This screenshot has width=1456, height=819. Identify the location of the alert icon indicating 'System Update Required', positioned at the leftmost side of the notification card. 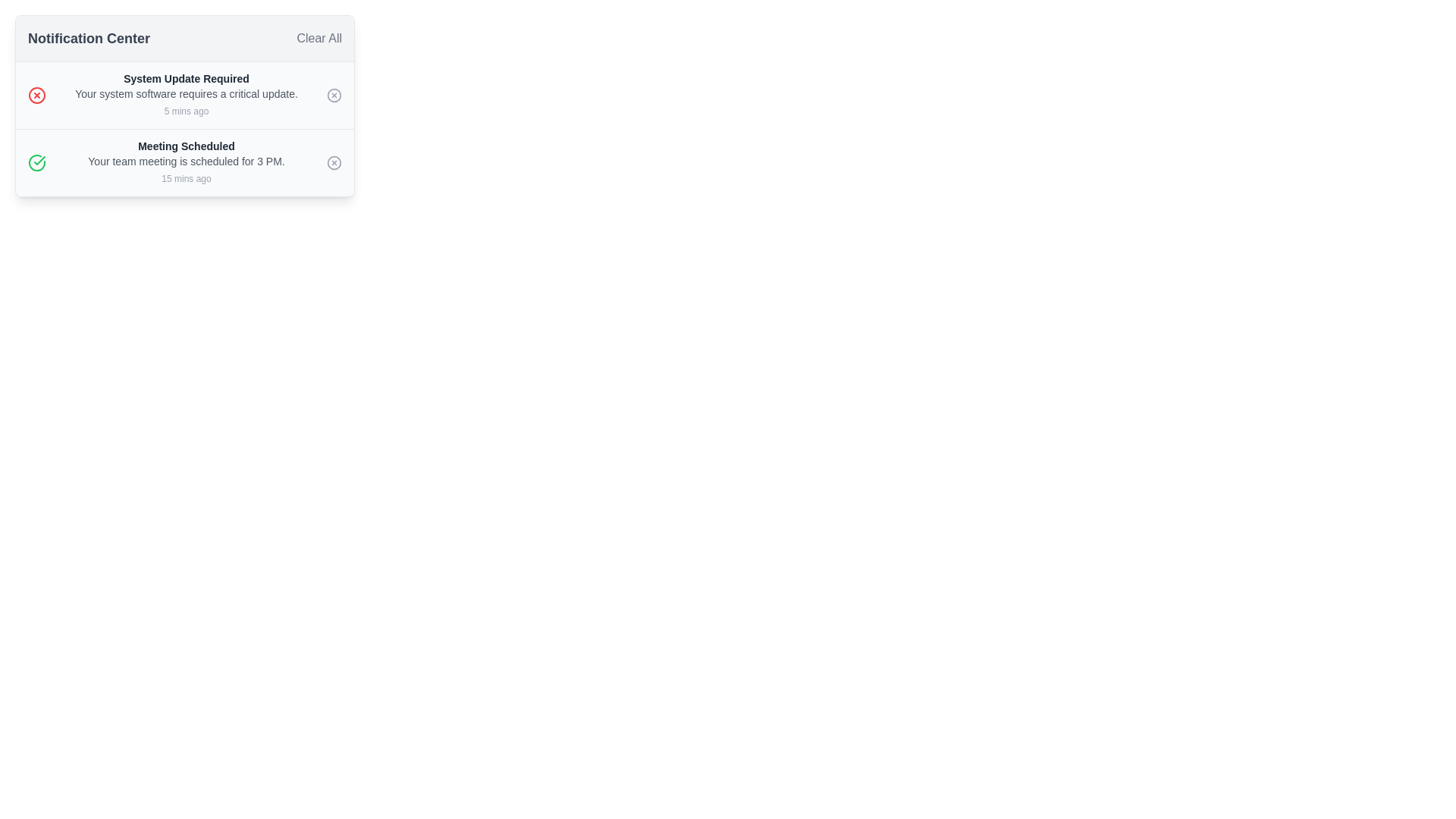
(36, 96).